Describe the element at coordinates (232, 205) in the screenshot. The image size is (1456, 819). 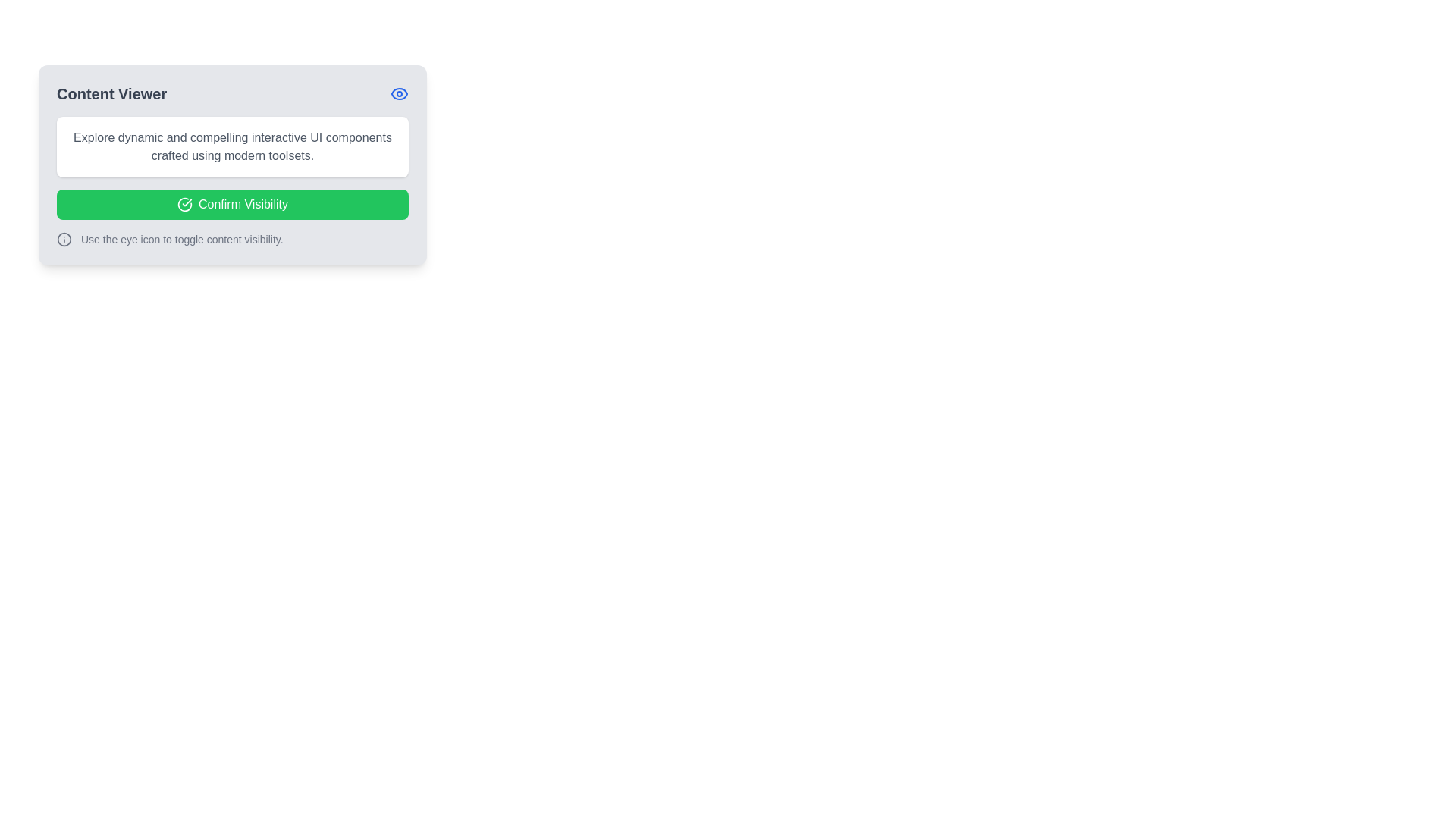
I see `the Text Label that provides context for the 'Confirm Visibility' button, located at the center of the button within the 'Content Viewer' panel` at that location.